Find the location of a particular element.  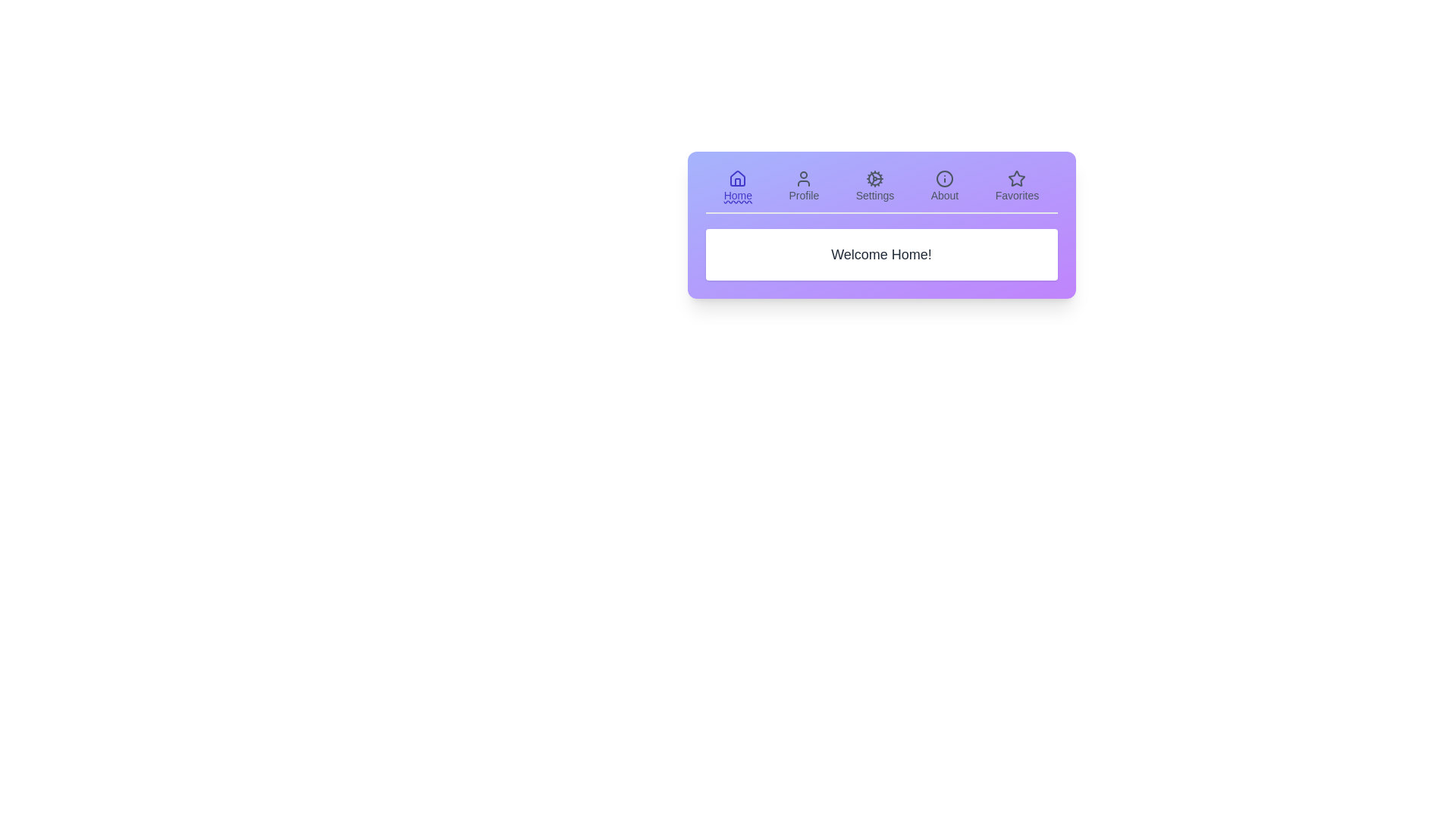

the tab labeled Home to switch to it is located at coordinates (738, 186).